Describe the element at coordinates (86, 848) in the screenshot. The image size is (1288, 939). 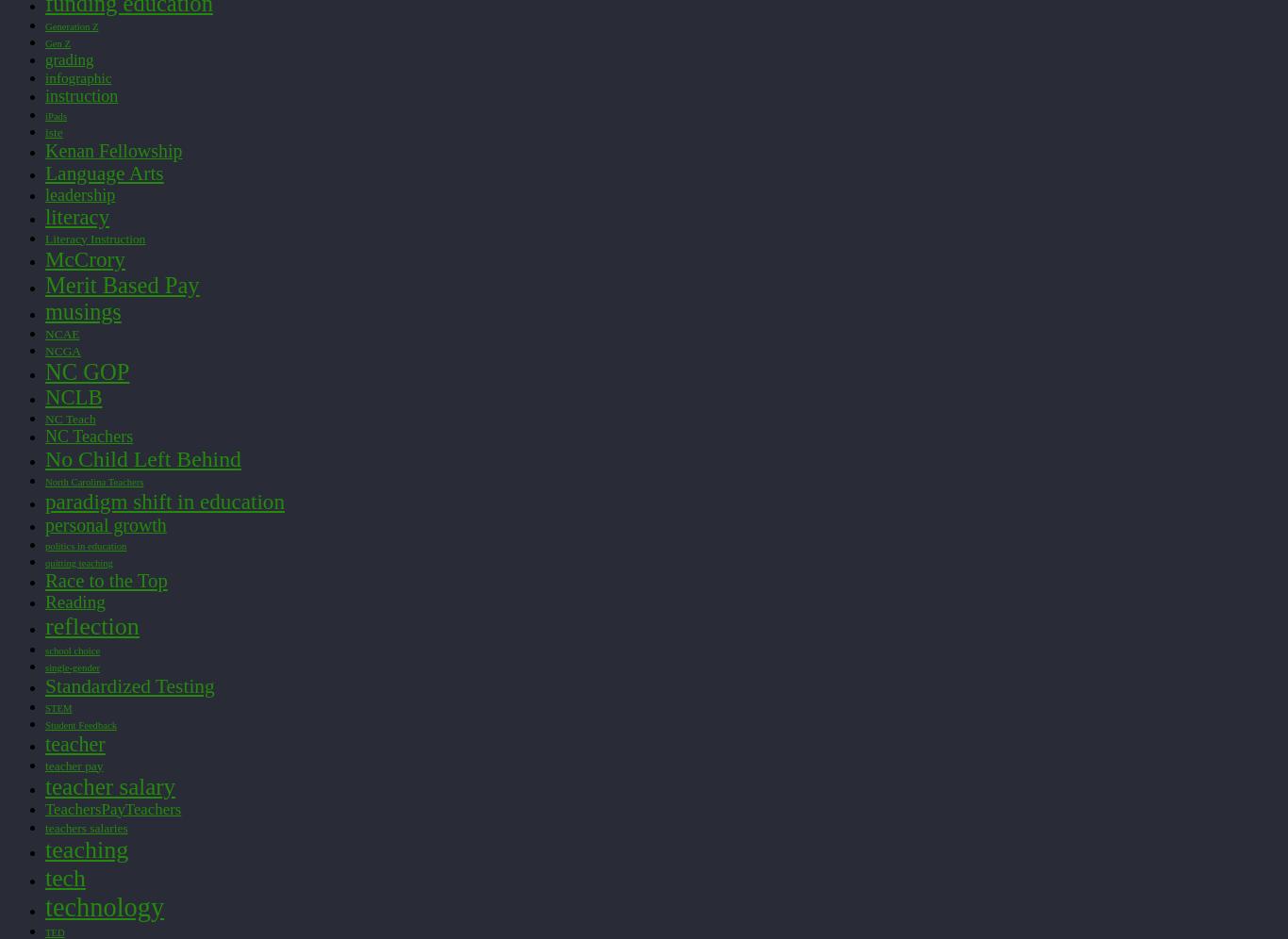
I see `'teaching'` at that location.